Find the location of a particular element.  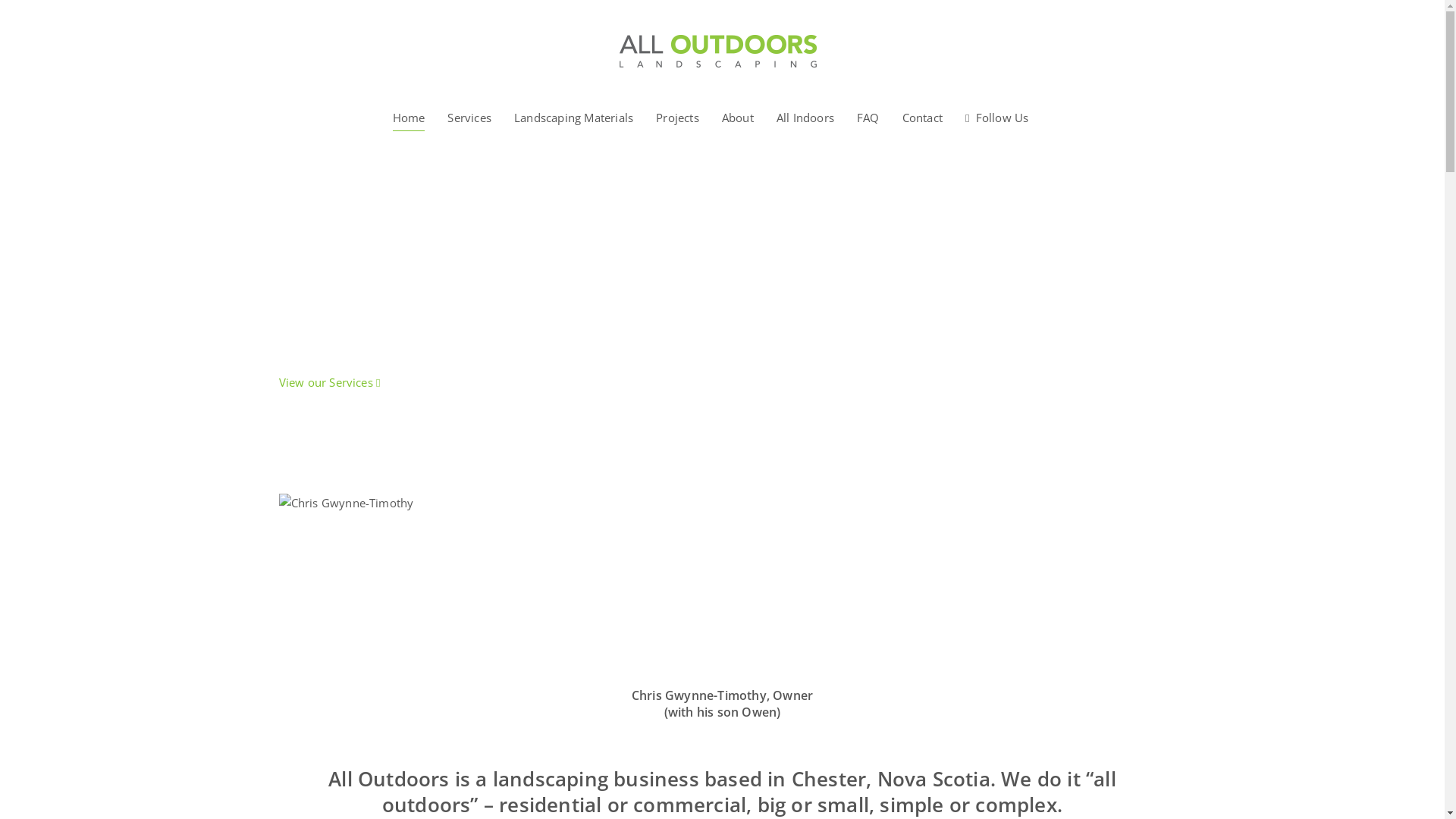

'About' is located at coordinates (738, 116).